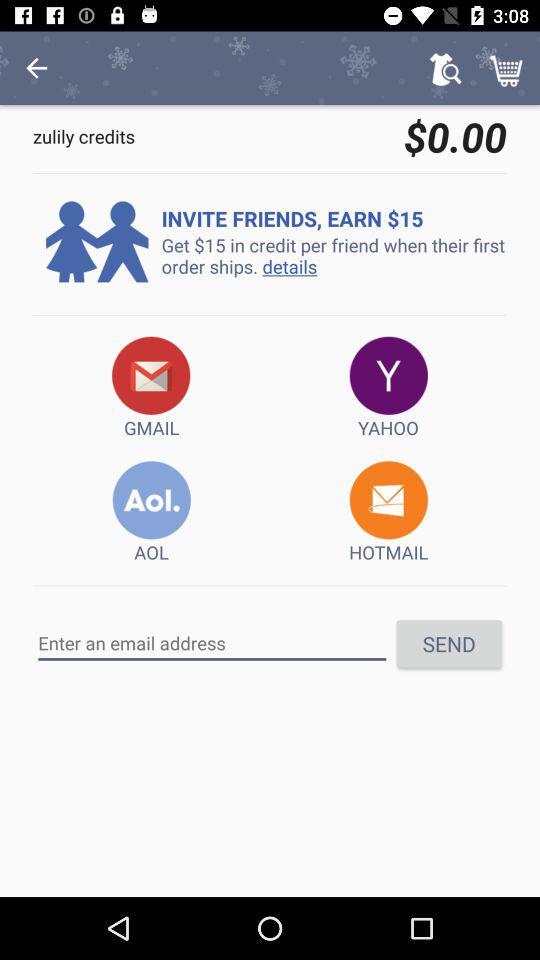 This screenshot has width=540, height=960. What do you see at coordinates (150, 387) in the screenshot?
I see `the icon to the left of yahoo icon` at bounding box center [150, 387].